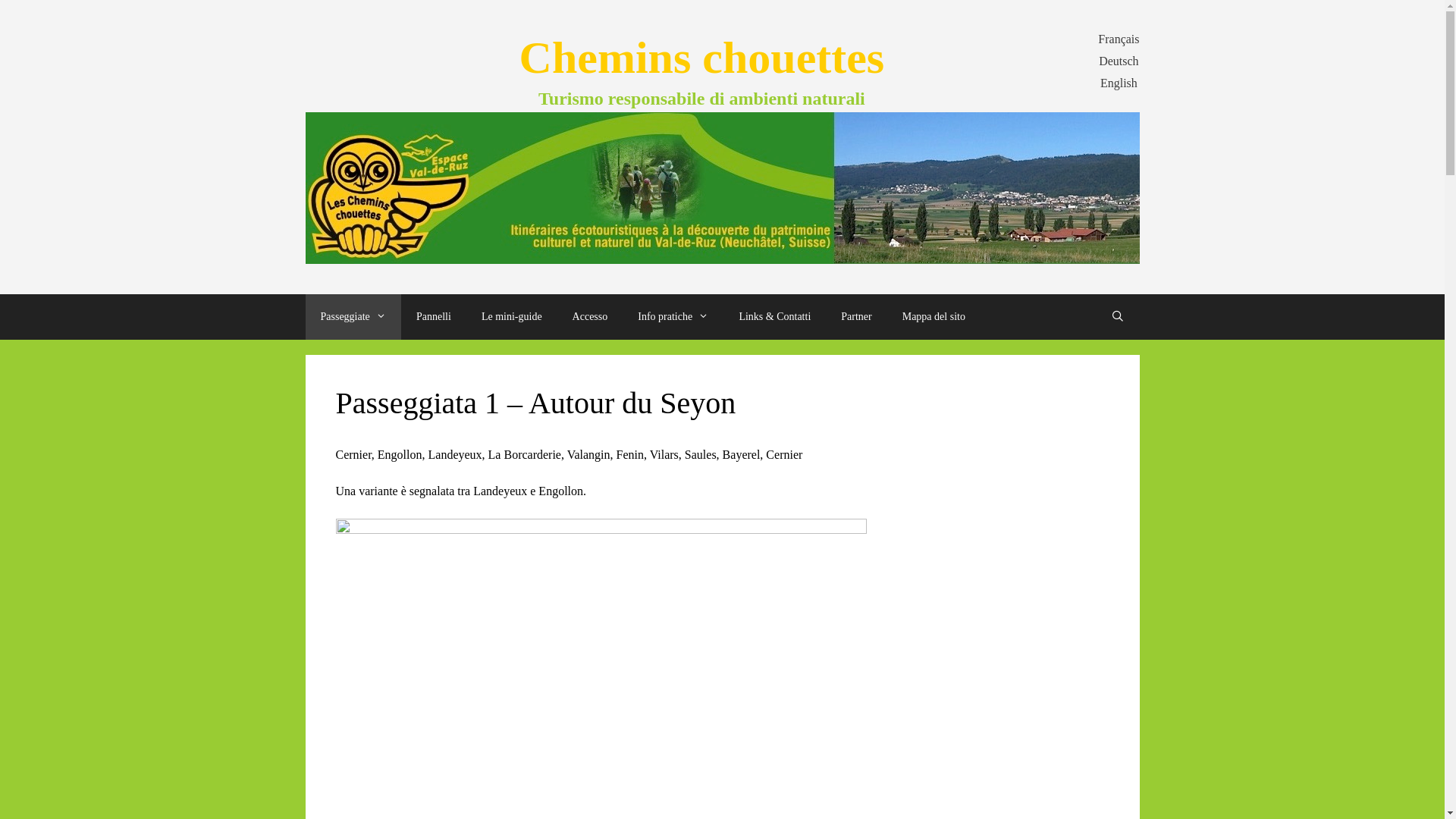  What do you see at coordinates (465, 315) in the screenshot?
I see `'Le mini-guide'` at bounding box center [465, 315].